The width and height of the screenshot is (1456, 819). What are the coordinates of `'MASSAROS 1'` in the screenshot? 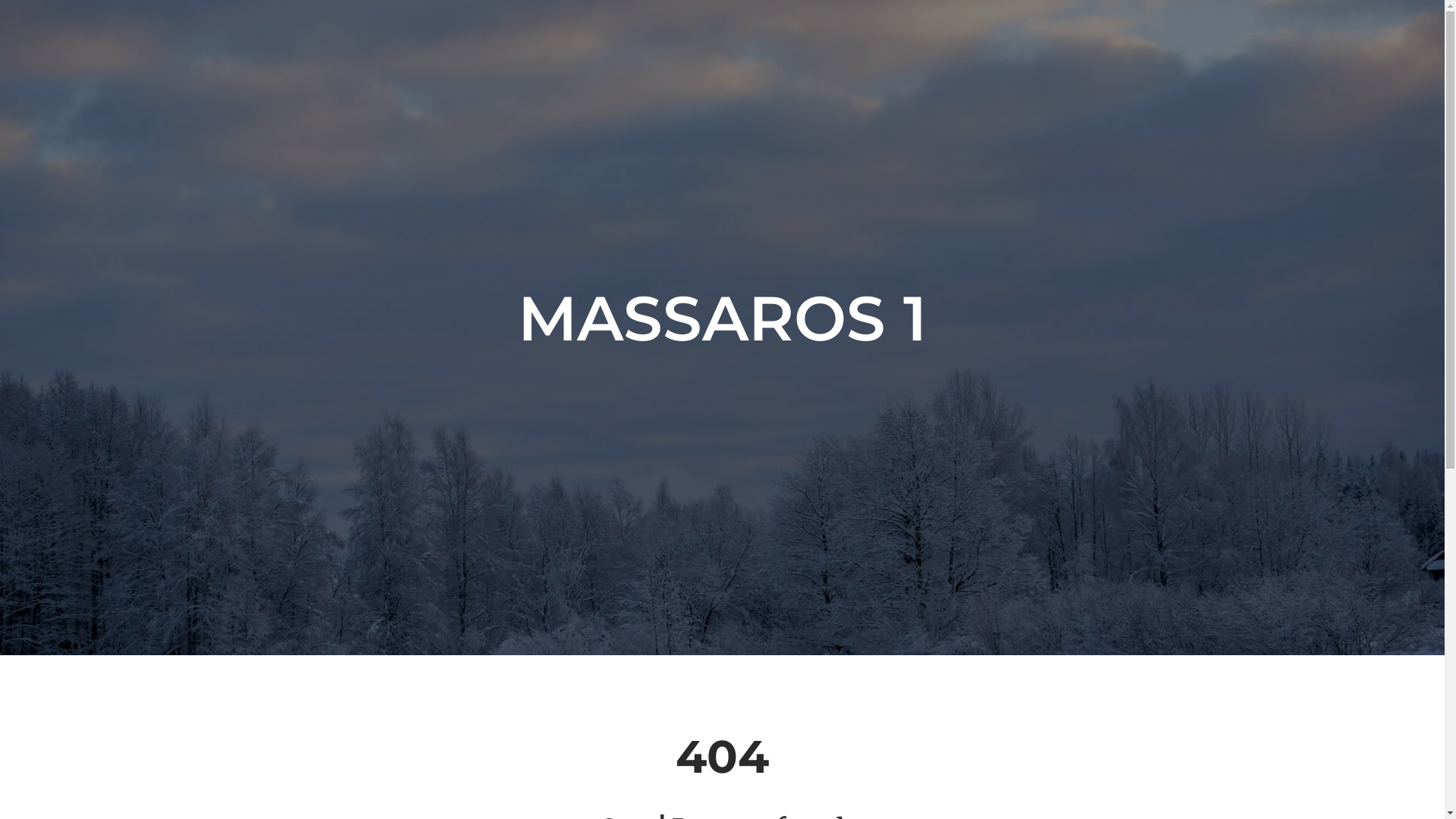 It's located at (721, 318).